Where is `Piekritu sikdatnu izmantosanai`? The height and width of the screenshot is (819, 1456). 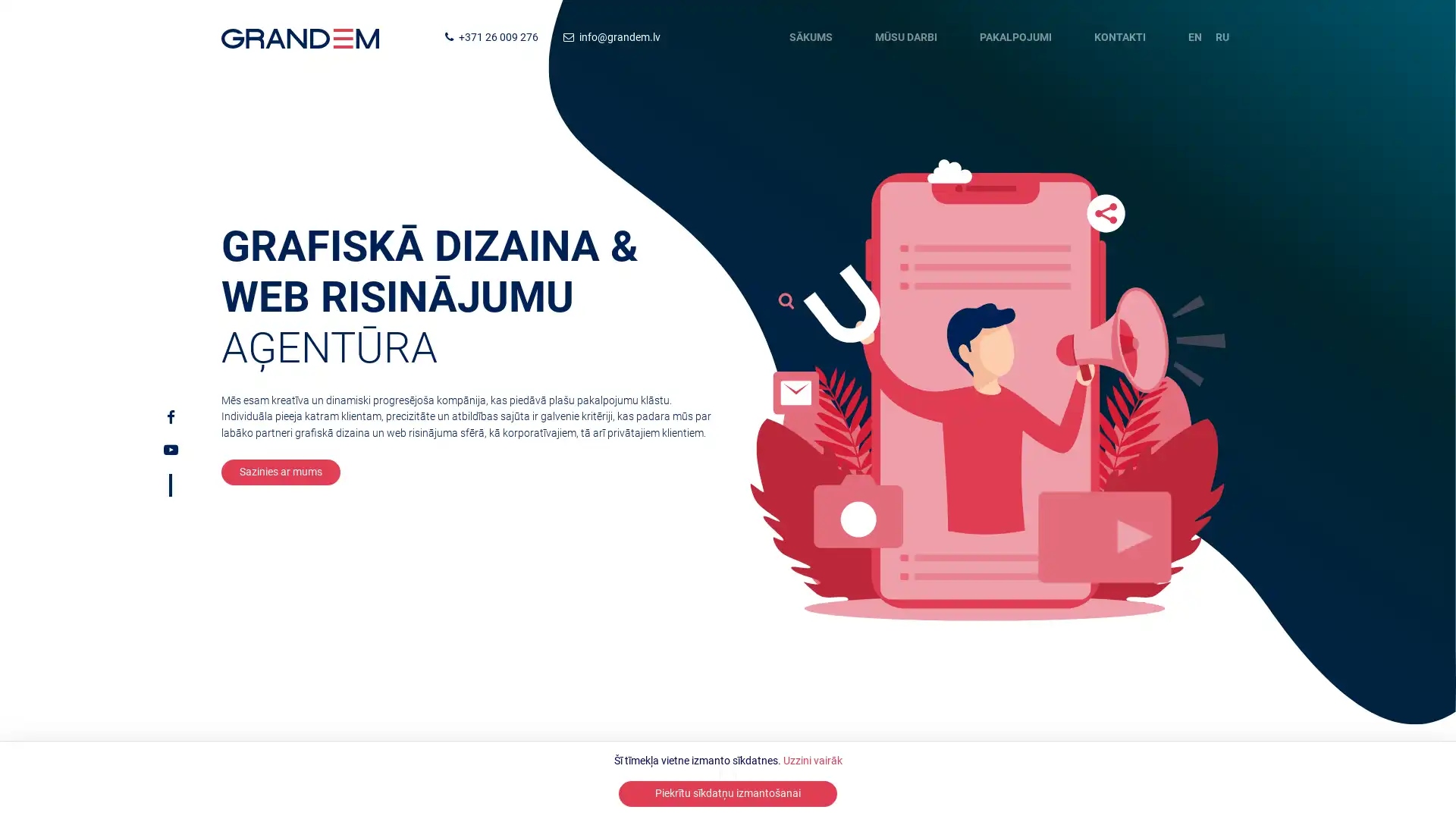
Piekritu sikdatnu izmantosanai is located at coordinates (728, 792).